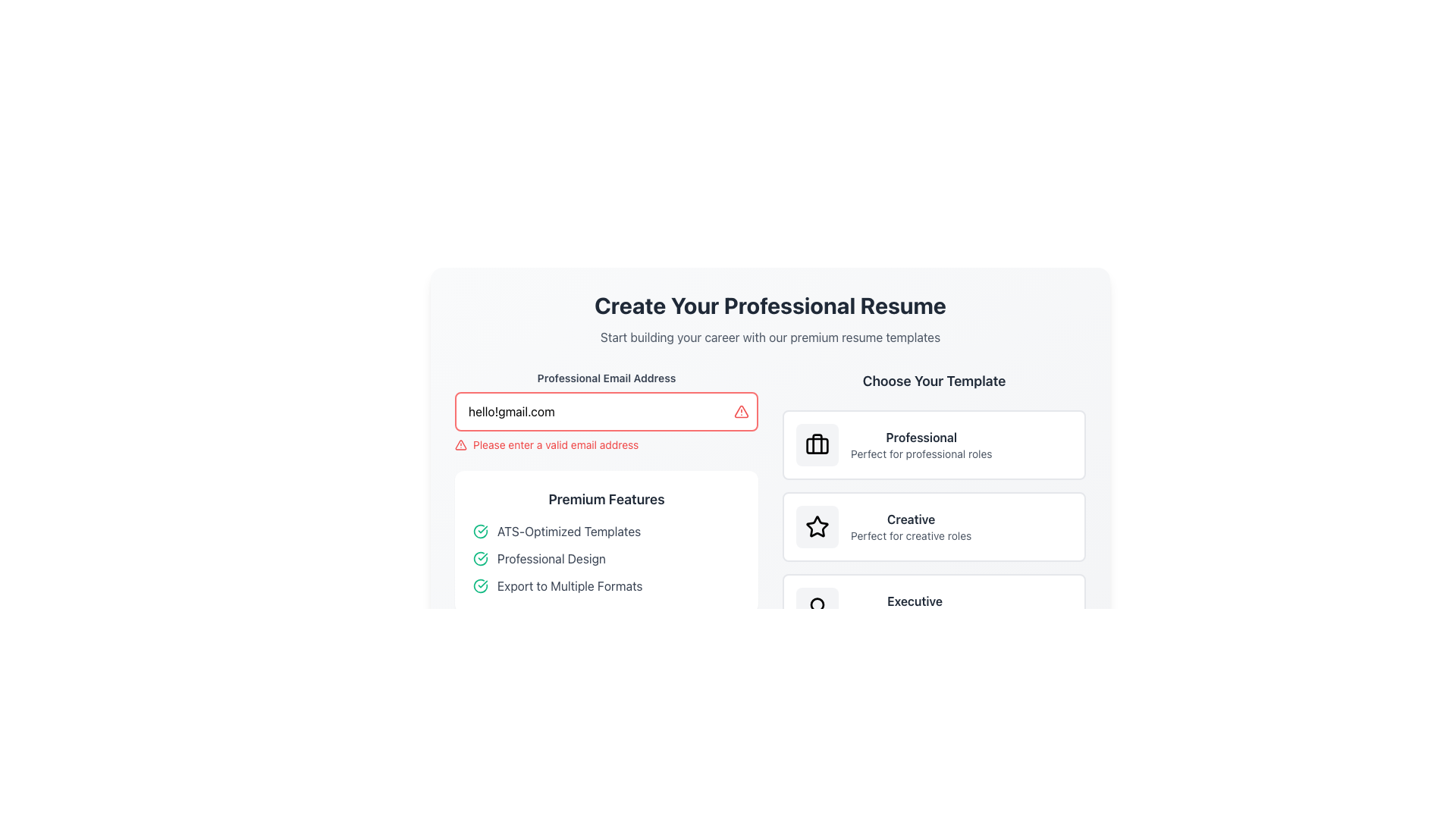  Describe the element at coordinates (914, 607) in the screenshot. I see `selectable option labeled 'Executive' with the description 'Perfect for executive roles' located in the 'Choose Your Template' section at the bottom of the list` at that location.